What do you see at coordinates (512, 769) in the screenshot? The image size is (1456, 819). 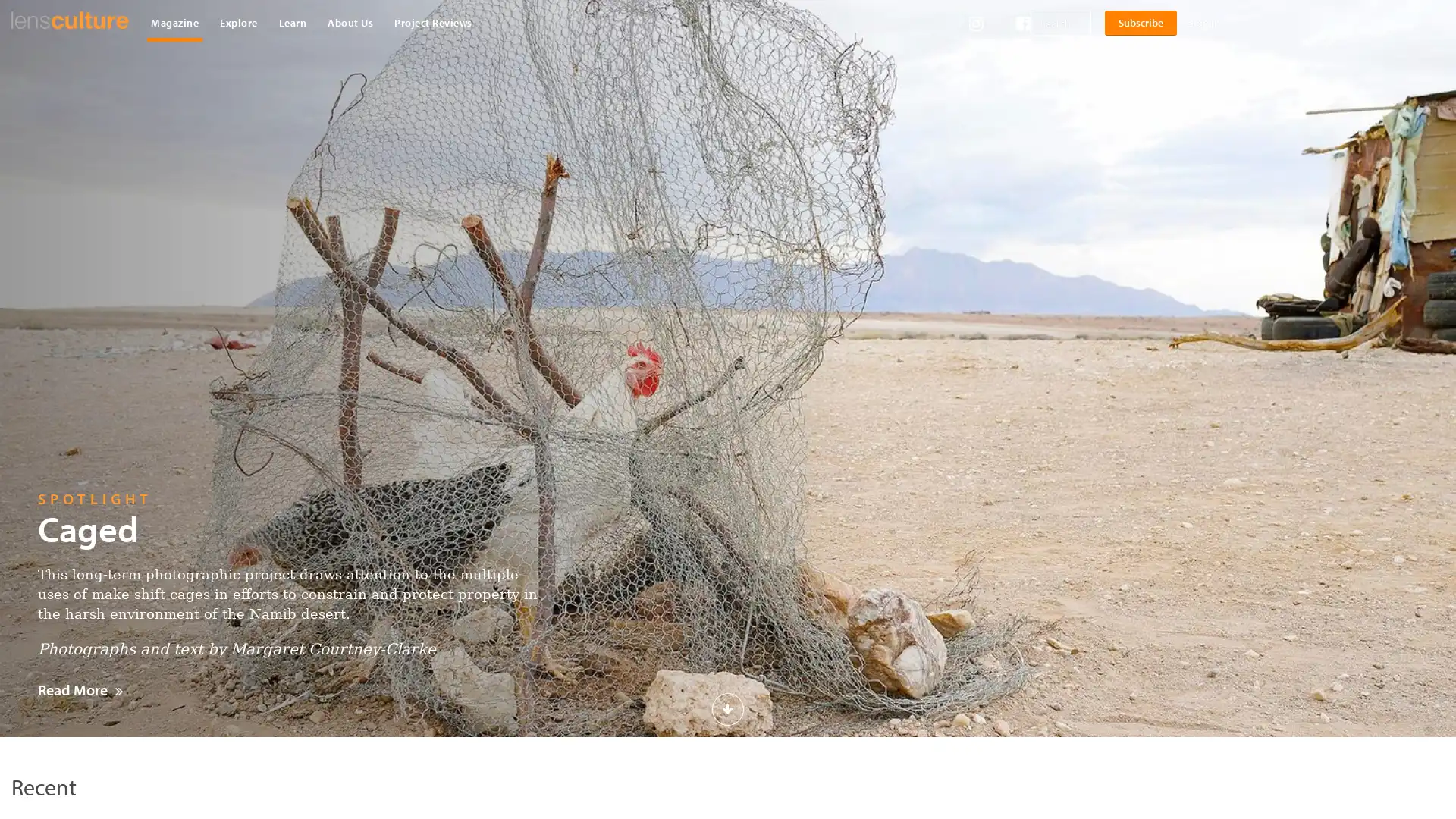 I see `Download Now` at bounding box center [512, 769].